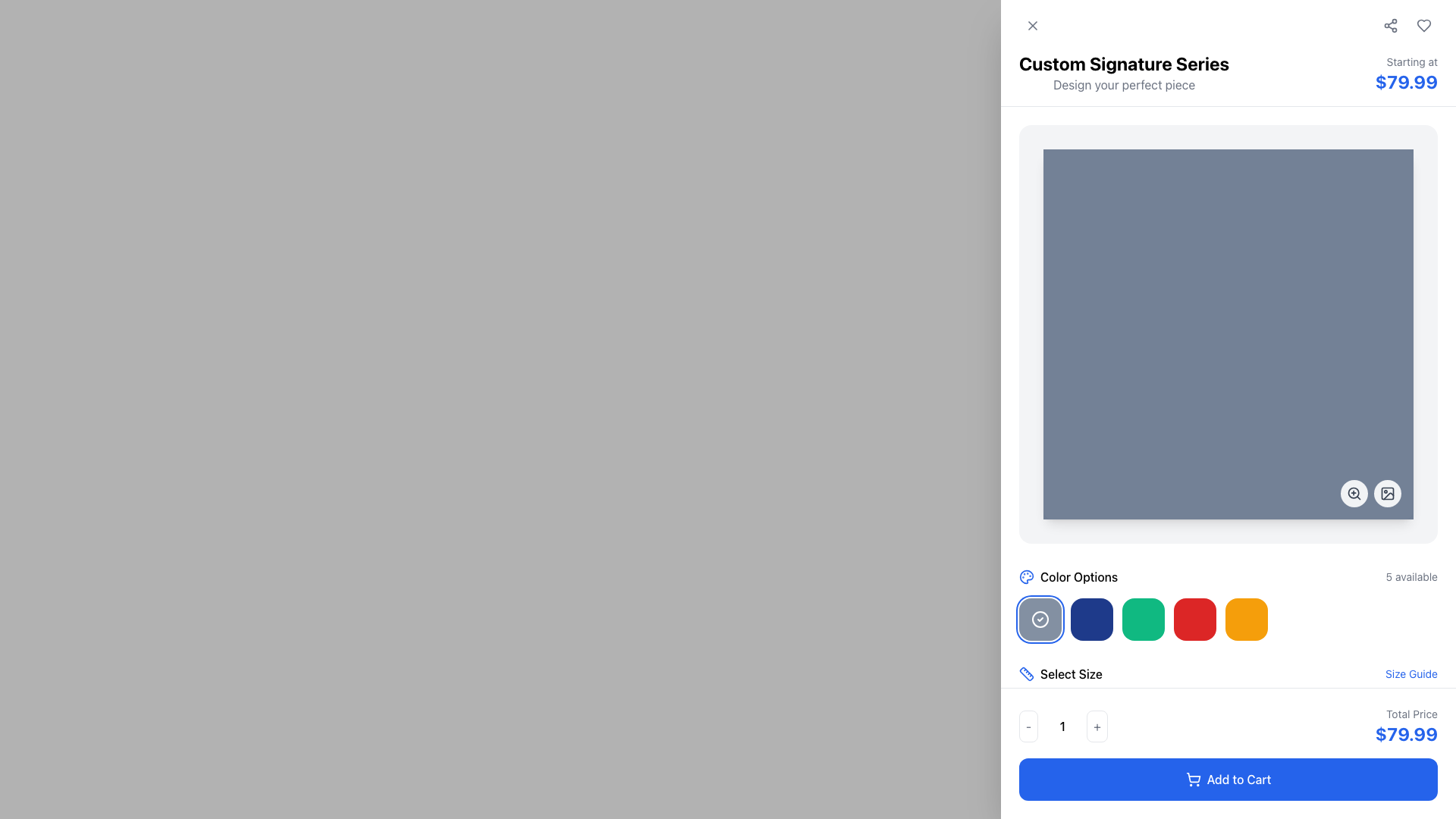  Describe the element at coordinates (1423, 26) in the screenshot. I see `the favorite icon button located at the top-right corner of the interface, adjacent to the price information section, to mark the item as a favorite` at that location.